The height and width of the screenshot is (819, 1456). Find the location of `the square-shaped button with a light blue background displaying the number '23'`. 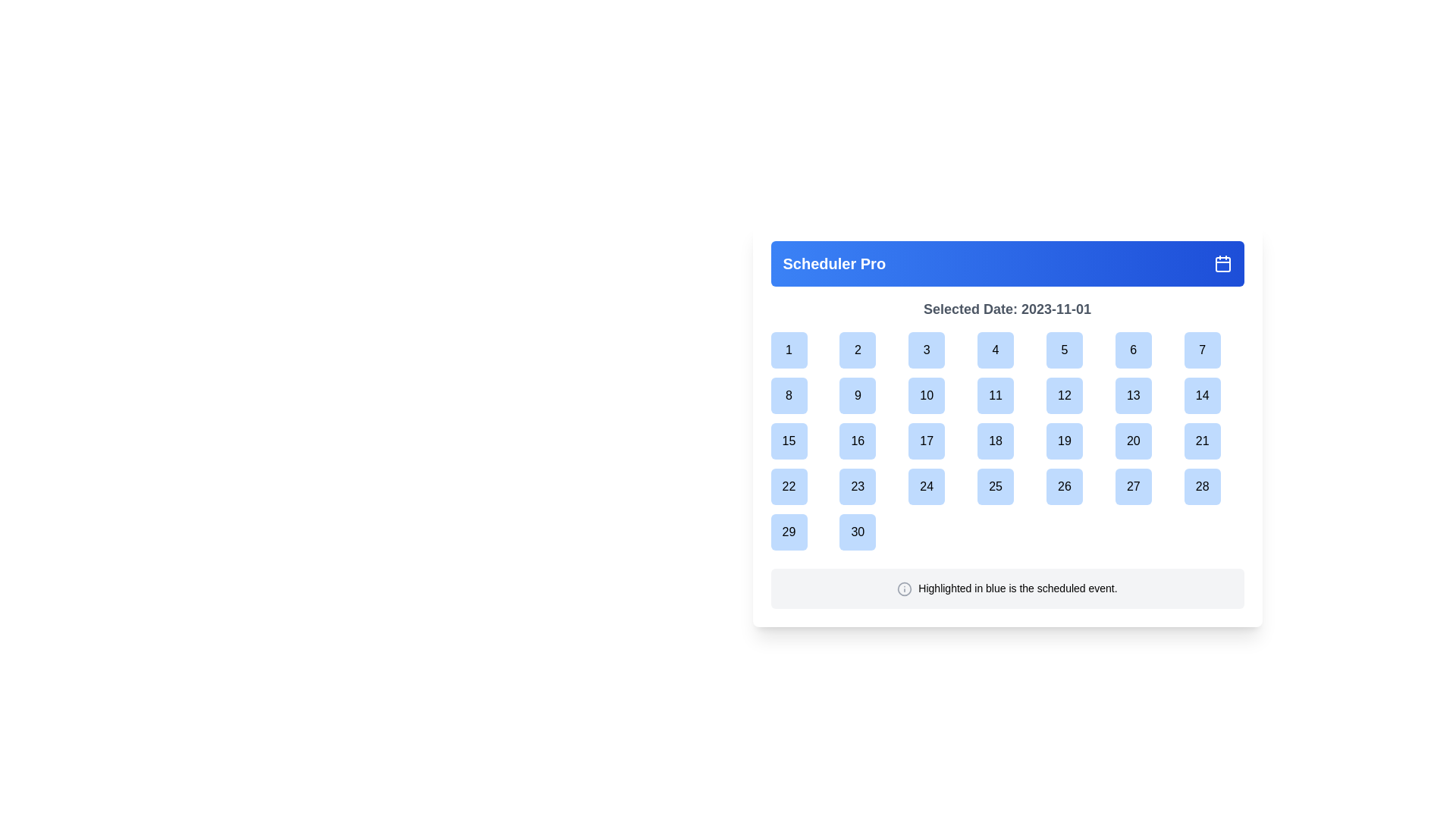

the square-shaped button with a light blue background displaying the number '23' is located at coordinates (869, 486).